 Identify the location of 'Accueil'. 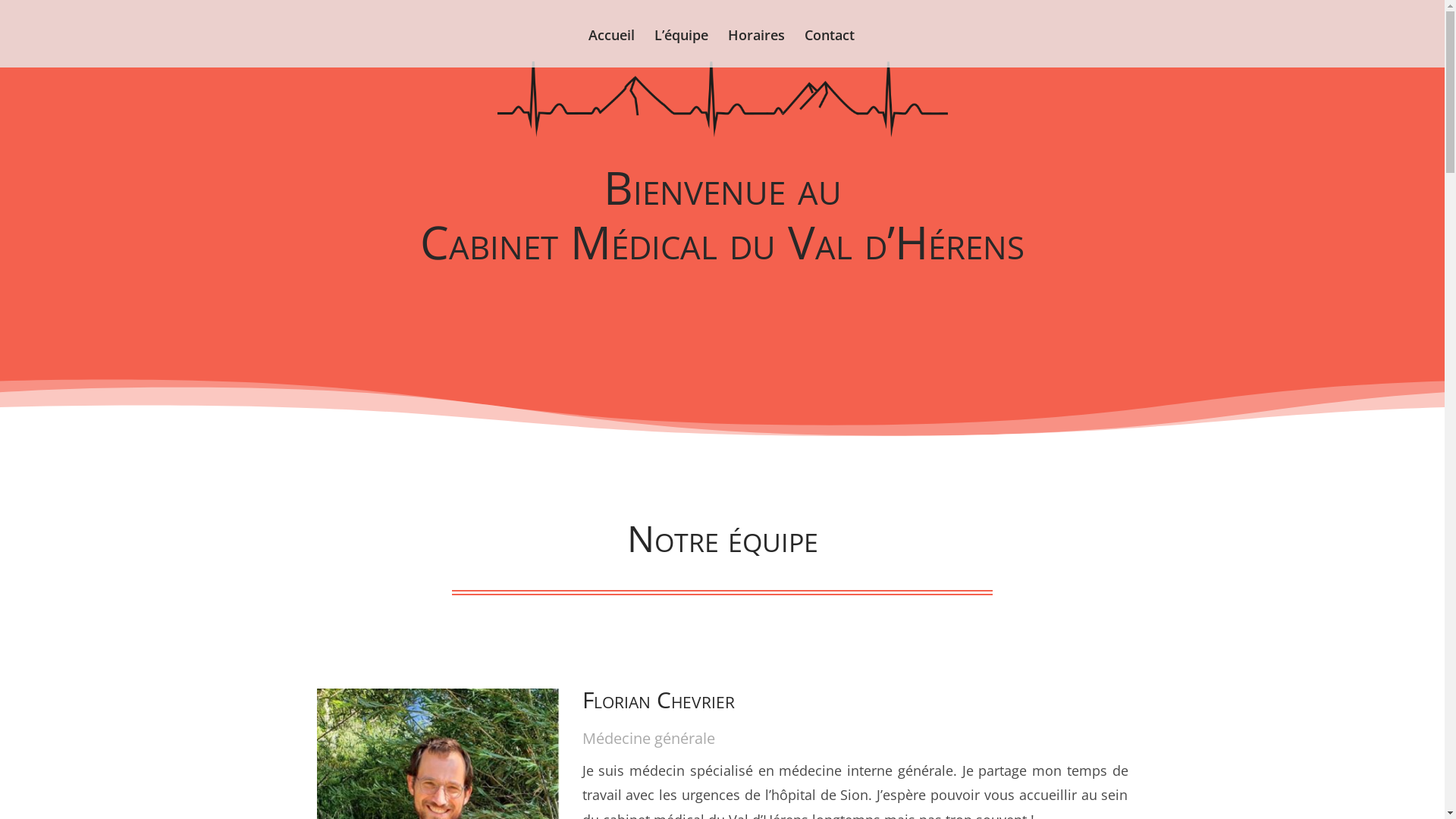
(611, 48).